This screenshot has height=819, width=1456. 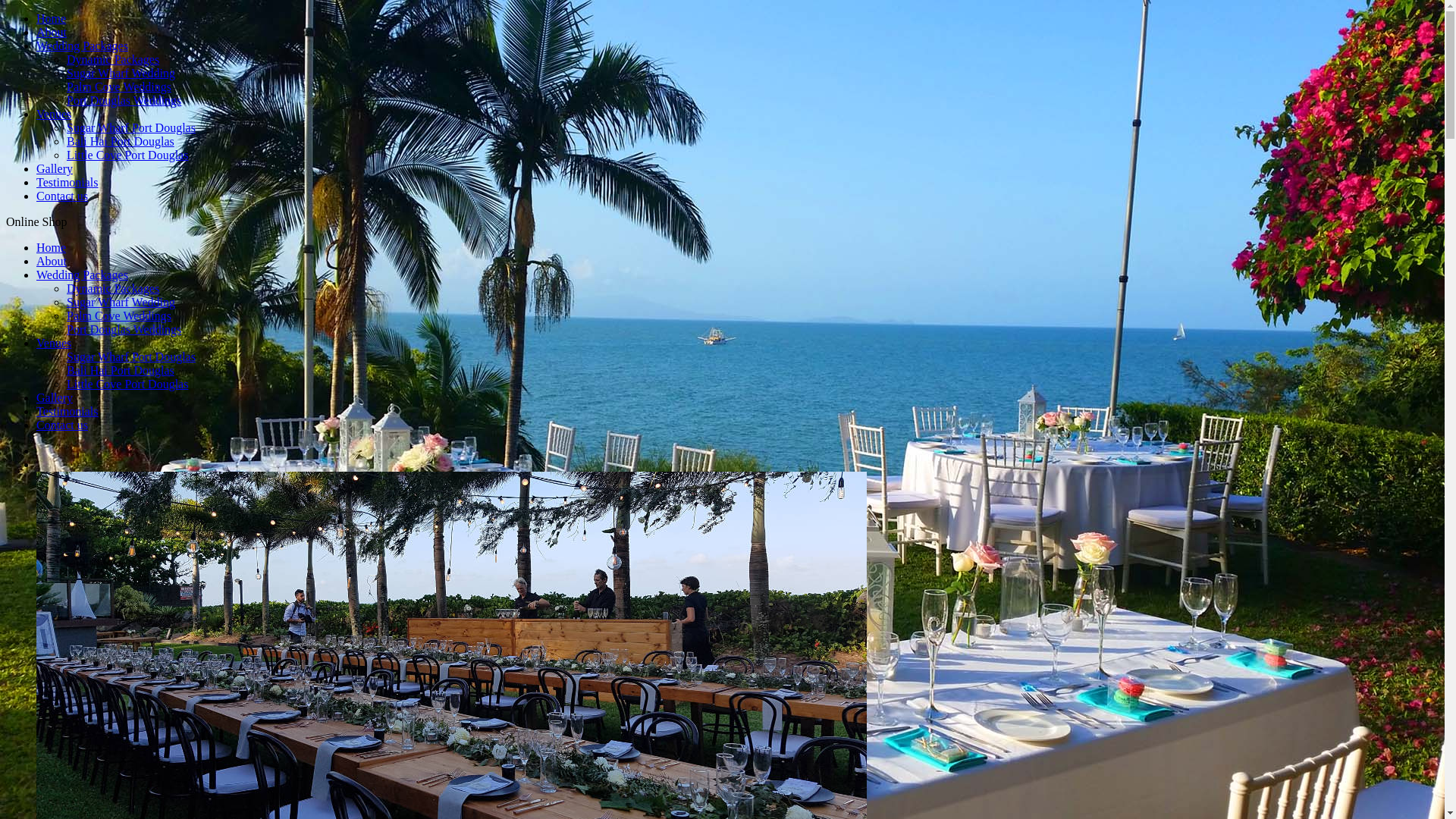 I want to click on 'Dynamic Packages', so click(x=111, y=288).